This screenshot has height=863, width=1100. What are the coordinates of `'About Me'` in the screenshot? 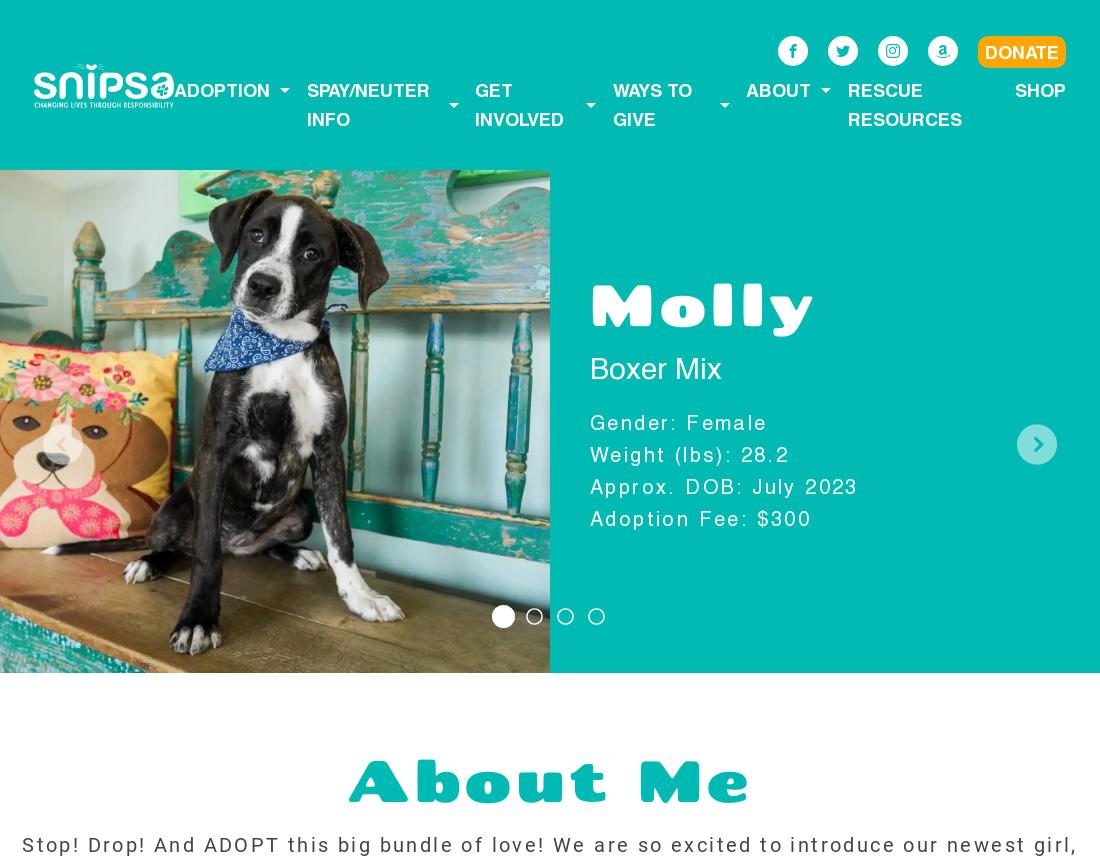 It's located at (549, 778).